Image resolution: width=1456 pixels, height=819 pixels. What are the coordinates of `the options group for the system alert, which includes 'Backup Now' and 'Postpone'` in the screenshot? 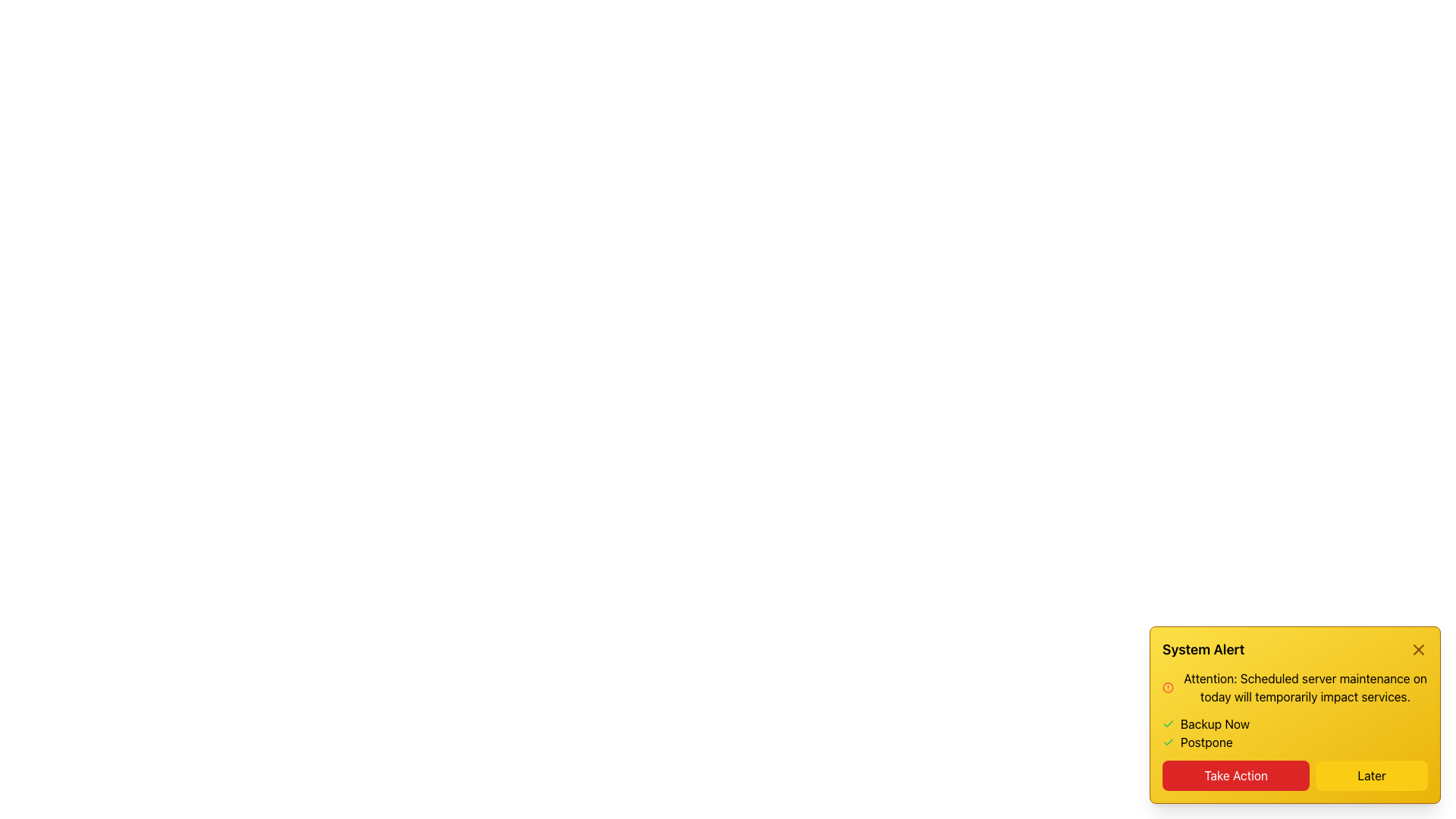 It's located at (1294, 733).